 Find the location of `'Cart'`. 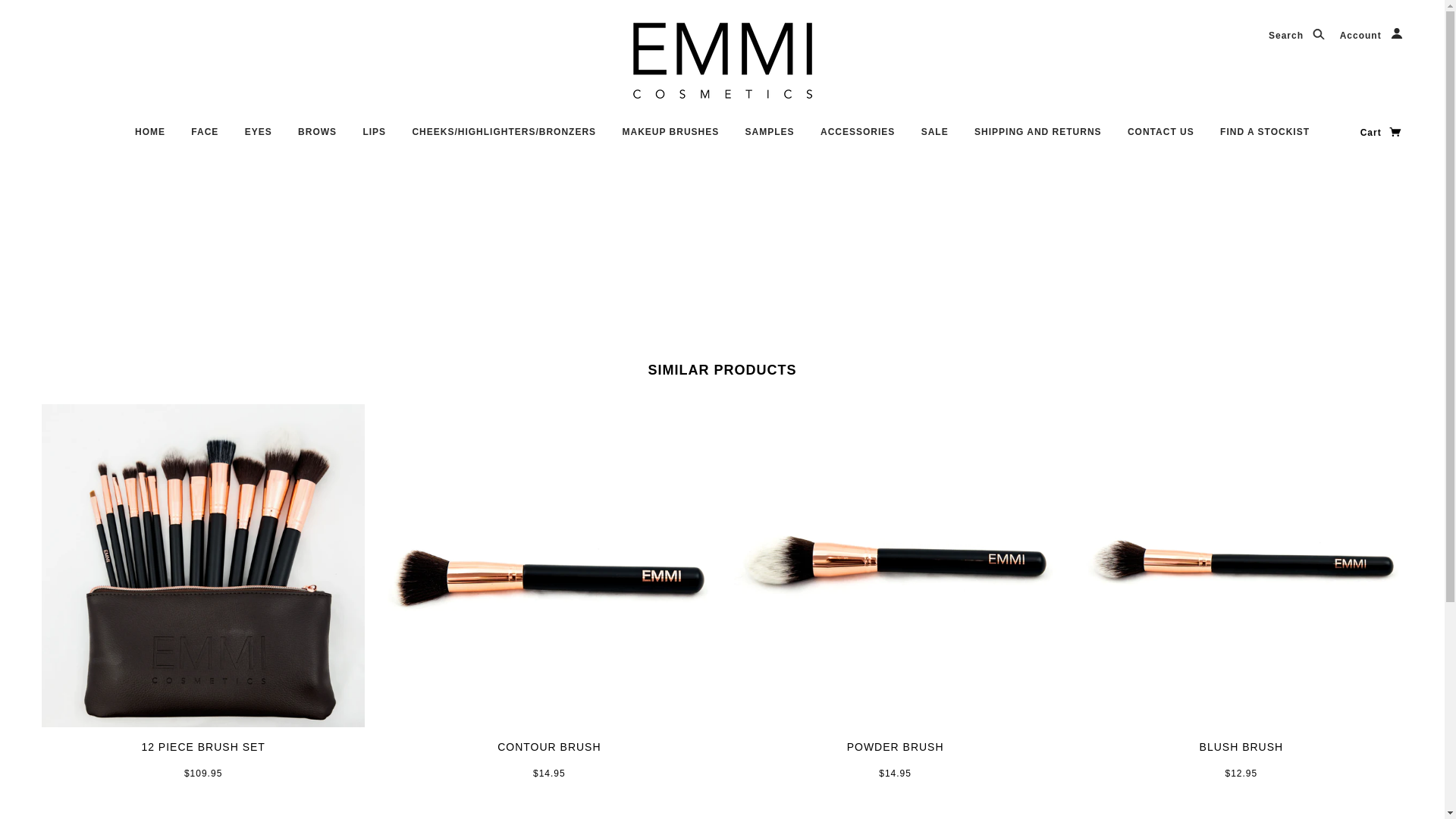

'Cart' is located at coordinates (1382, 131).